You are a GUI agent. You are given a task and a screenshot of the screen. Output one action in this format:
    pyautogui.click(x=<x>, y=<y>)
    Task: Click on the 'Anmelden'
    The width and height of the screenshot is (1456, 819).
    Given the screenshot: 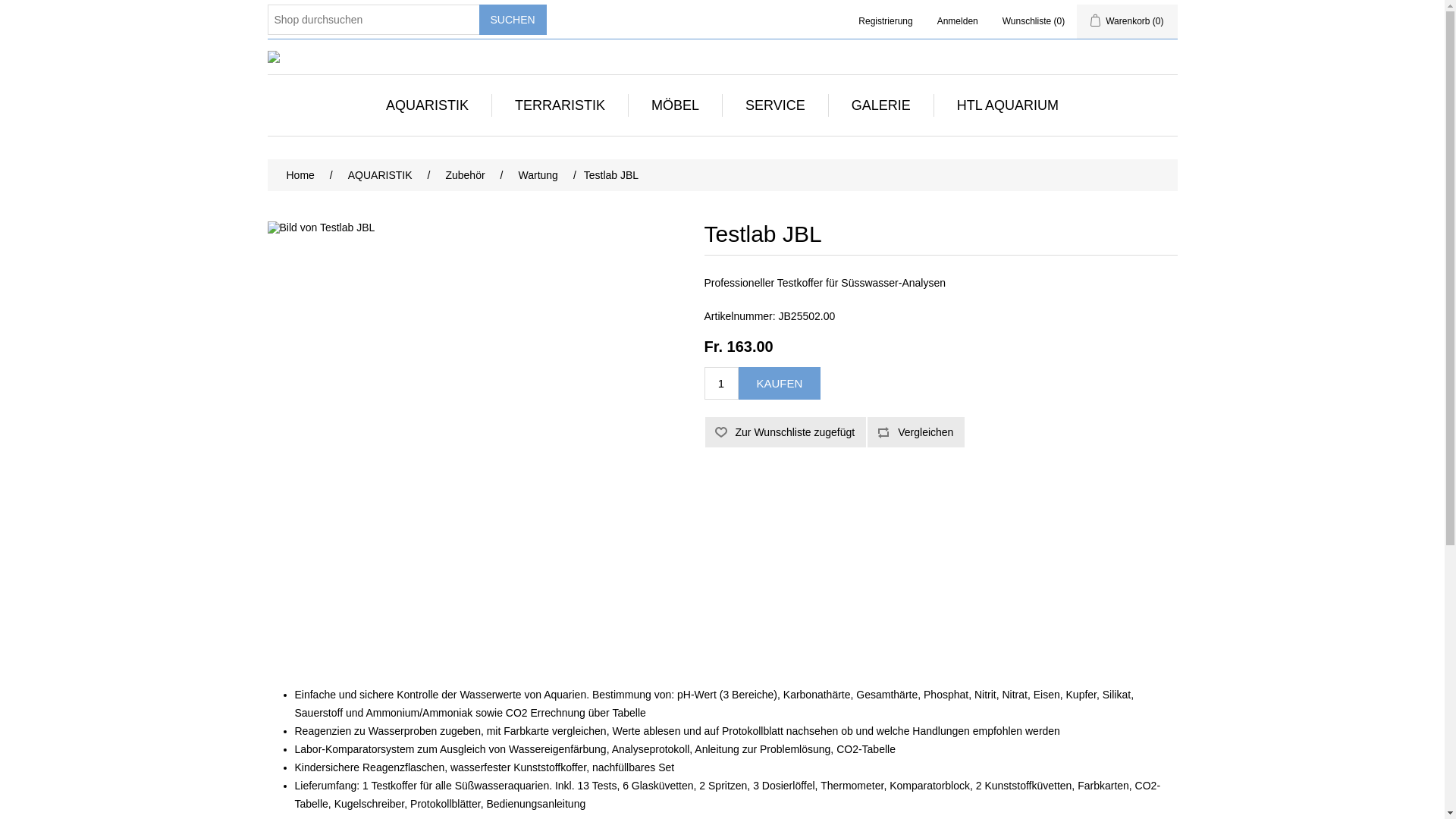 What is the action you would take?
    pyautogui.click(x=956, y=21)
    